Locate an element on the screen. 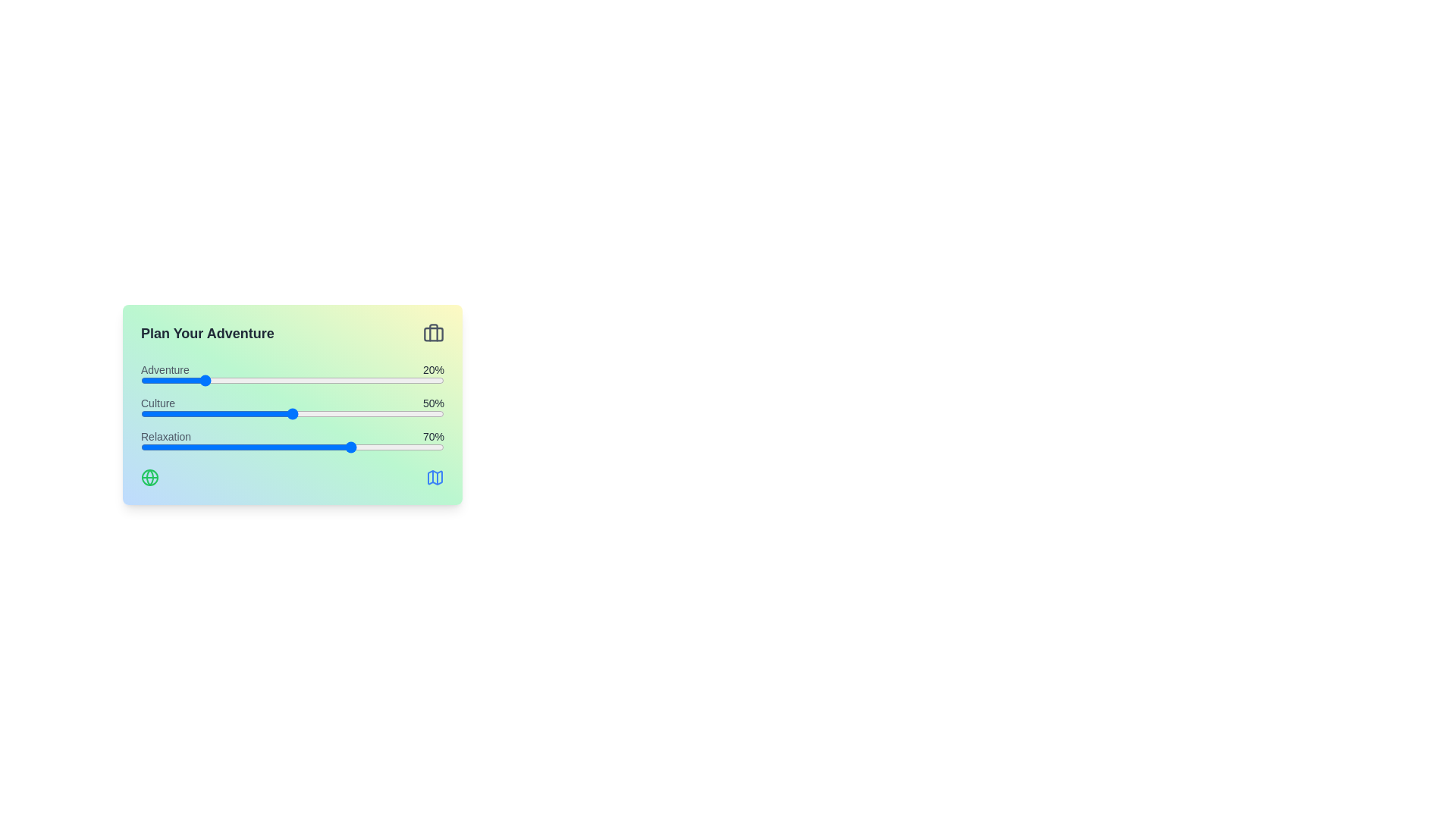 The image size is (1456, 819). the 'Relaxation' slider to 54% is located at coordinates (304, 447).